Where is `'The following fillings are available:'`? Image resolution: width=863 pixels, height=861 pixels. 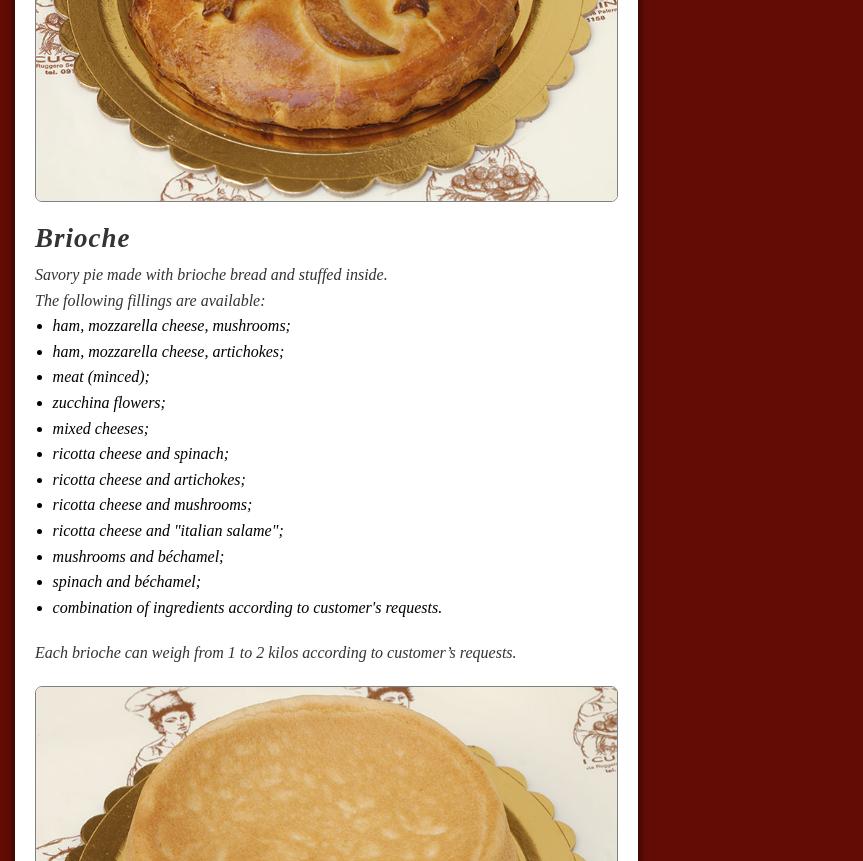
'The following fillings are available:' is located at coordinates (148, 299).